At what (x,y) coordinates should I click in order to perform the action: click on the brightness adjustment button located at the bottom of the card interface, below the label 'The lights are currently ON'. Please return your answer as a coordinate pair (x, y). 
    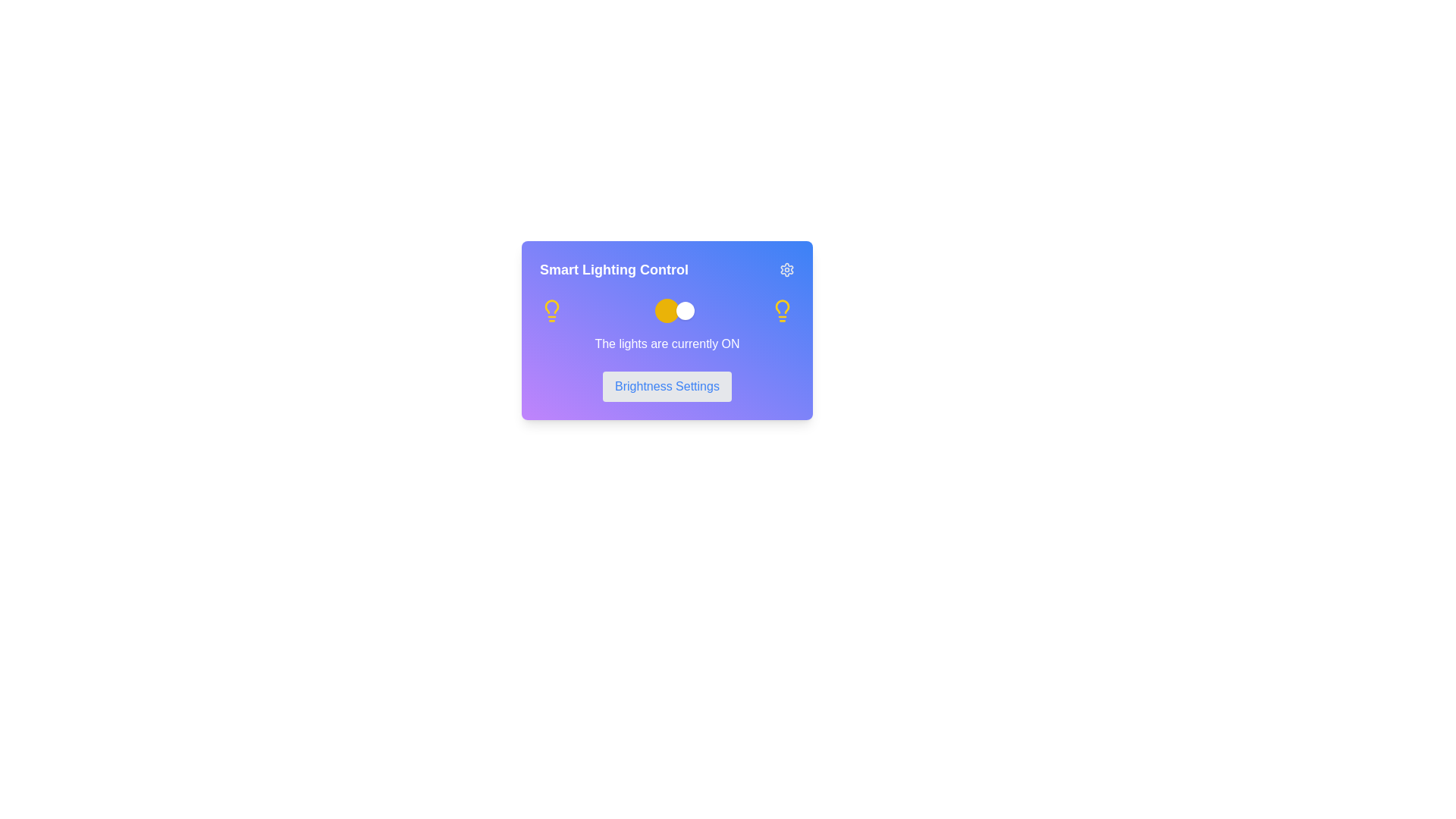
    Looking at the image, I should click on (667, 385).